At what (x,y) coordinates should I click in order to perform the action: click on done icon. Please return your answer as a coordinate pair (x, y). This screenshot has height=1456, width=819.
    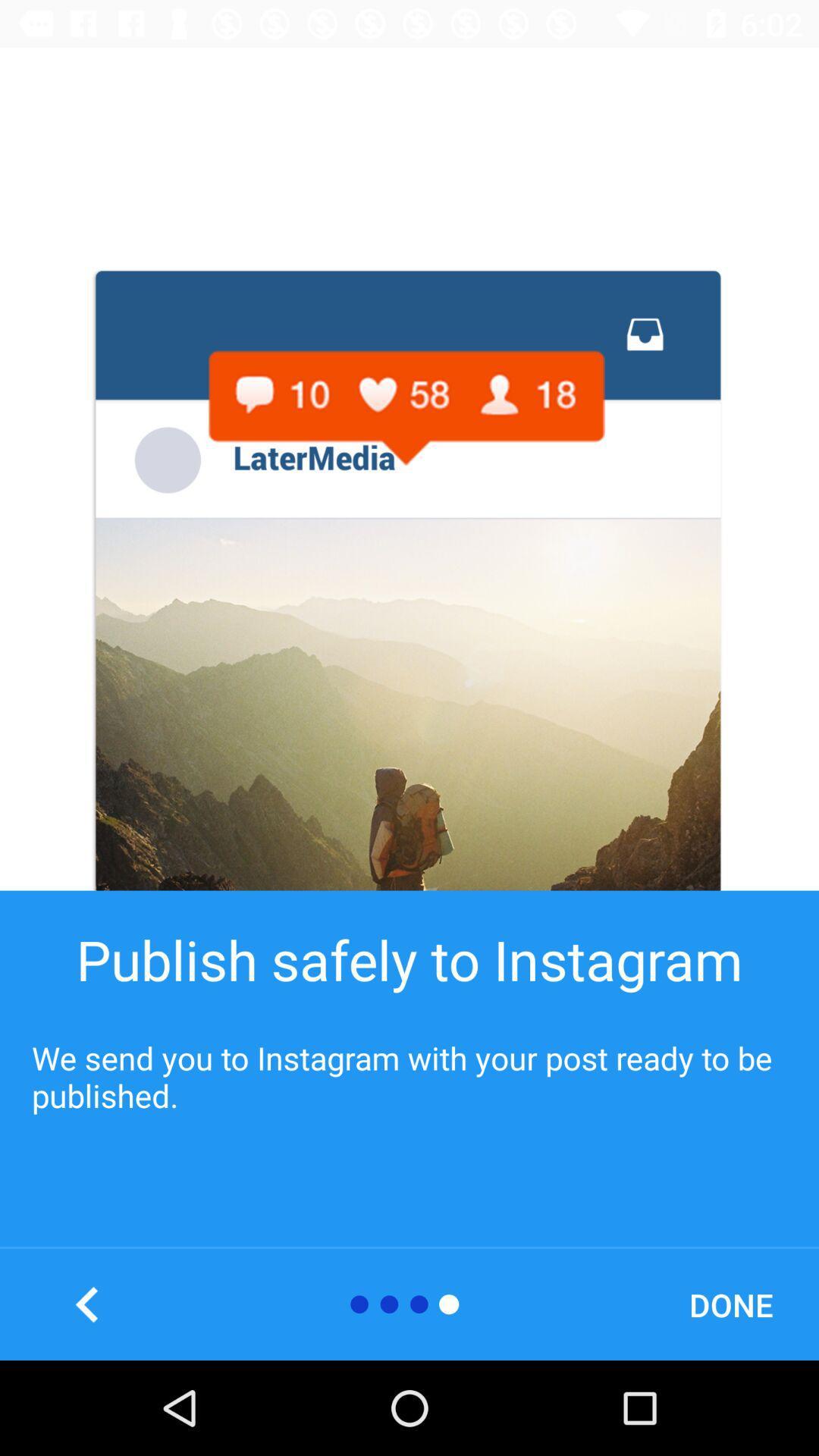
    Looking at the image, I should click on (730, 1304).